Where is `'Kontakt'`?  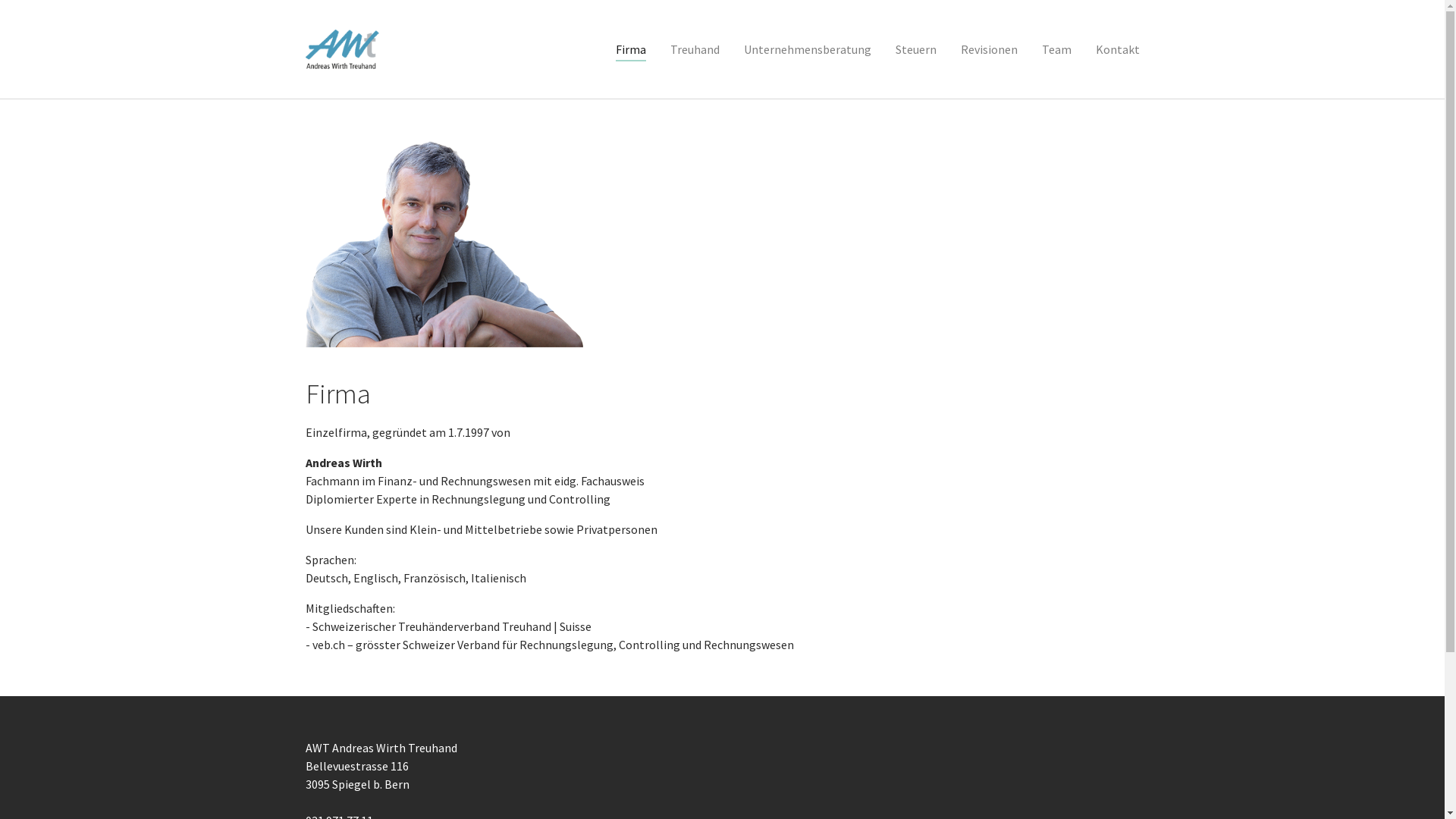
'Kontakt' is located at coordinates (1117, 49).